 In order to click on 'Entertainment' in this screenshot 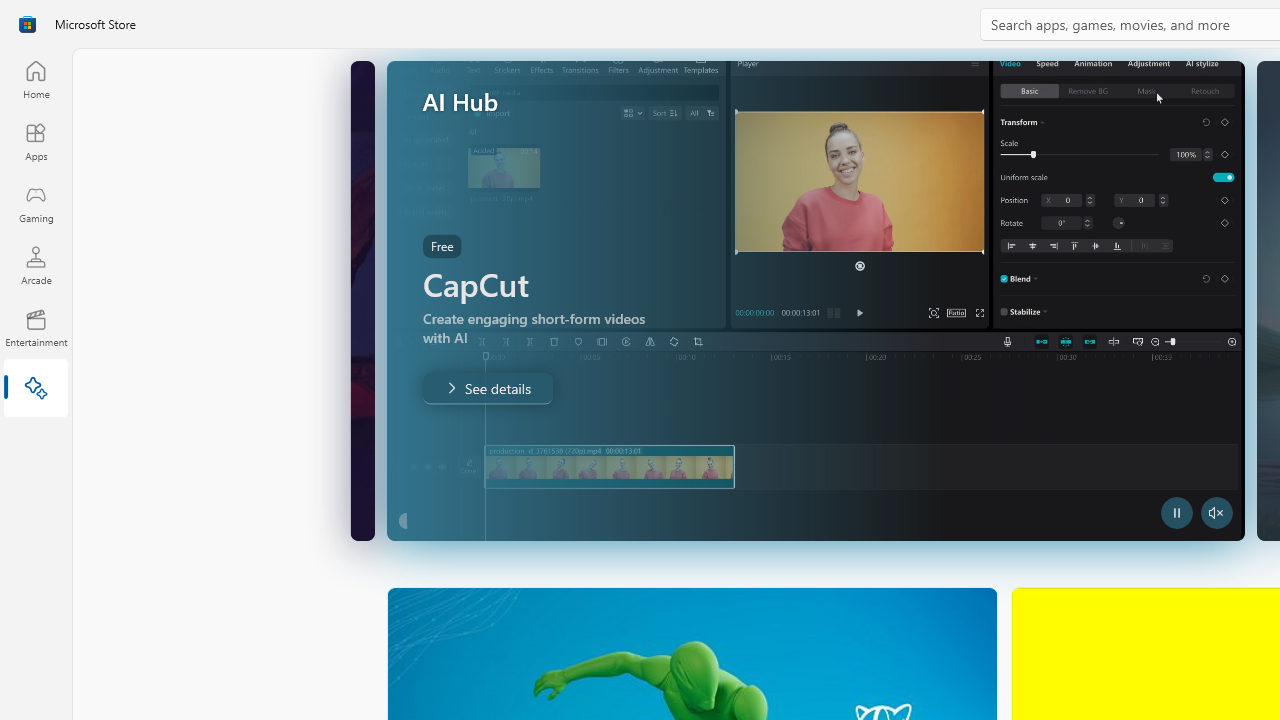, I will do `click(35, 326)`.